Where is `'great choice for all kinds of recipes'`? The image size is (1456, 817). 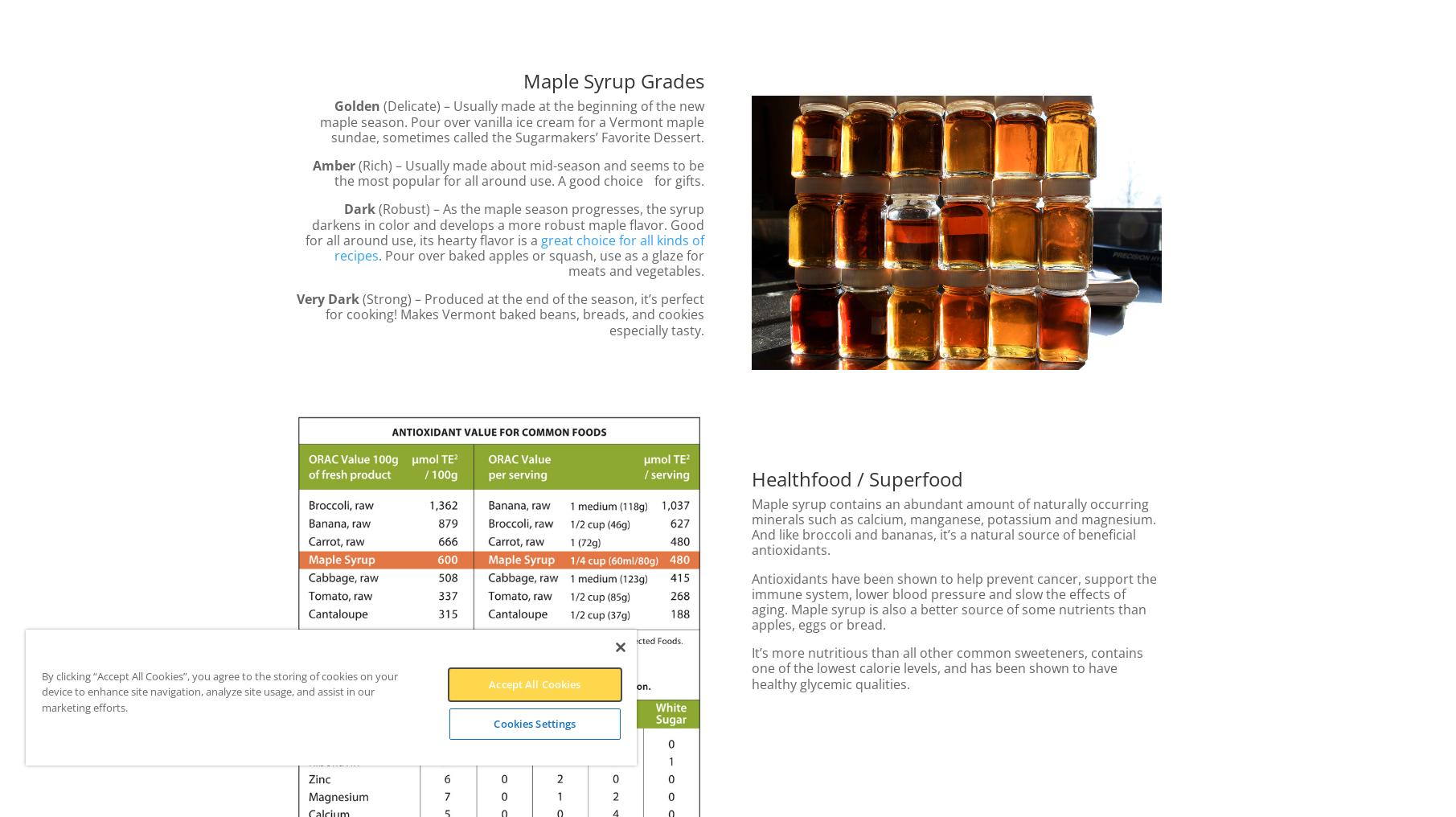
'great choice for all kinds of recipes' is located at coordinates (519, 246).